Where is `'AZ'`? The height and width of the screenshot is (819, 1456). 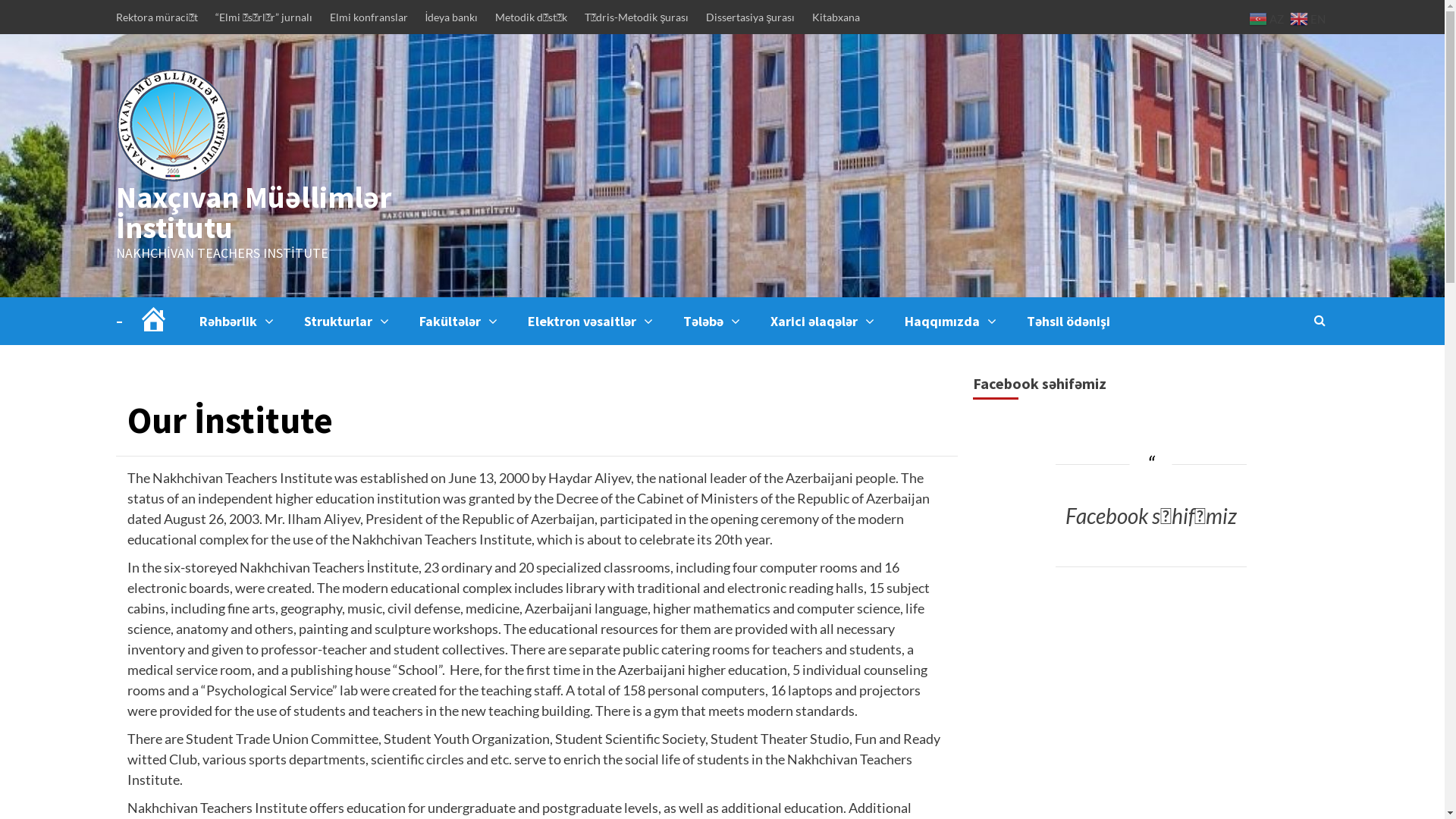 'AZ' is located at coordinates (1248, 17).